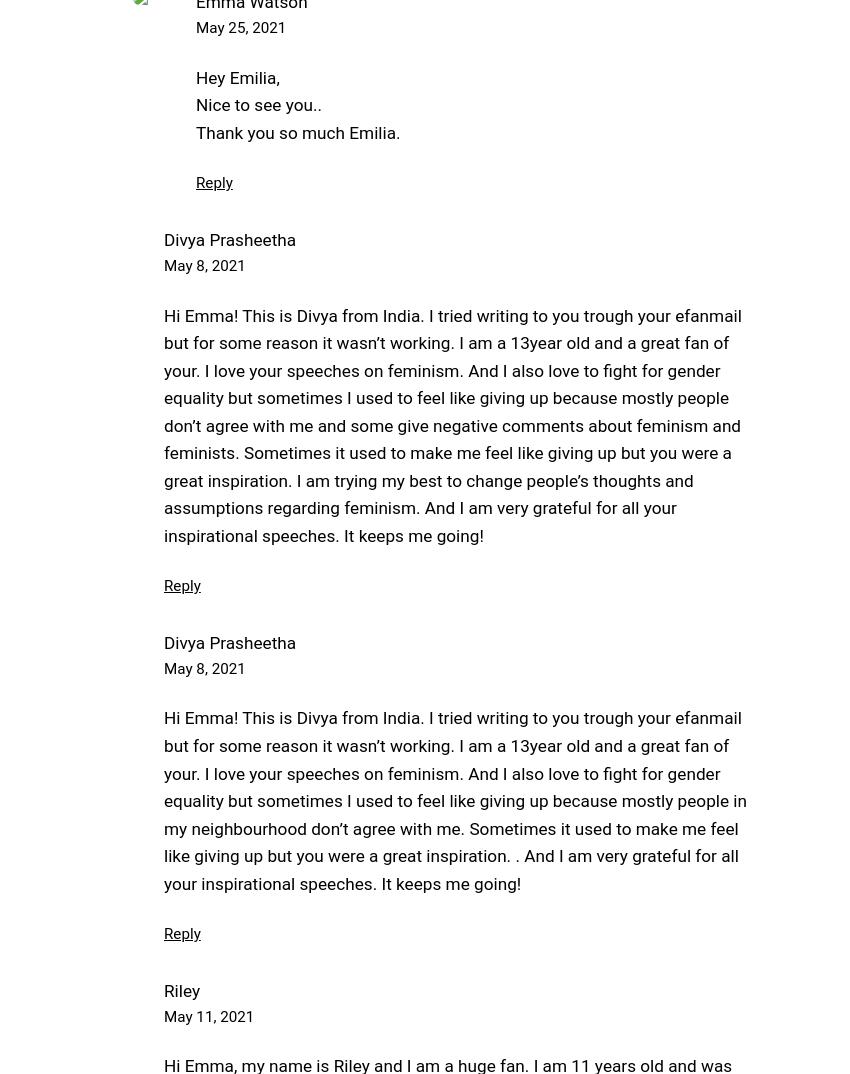 Image resolution: width=850 pixels, height=1074 pixels. I want to click on 'May 11, 2021', so click(208, 1015).